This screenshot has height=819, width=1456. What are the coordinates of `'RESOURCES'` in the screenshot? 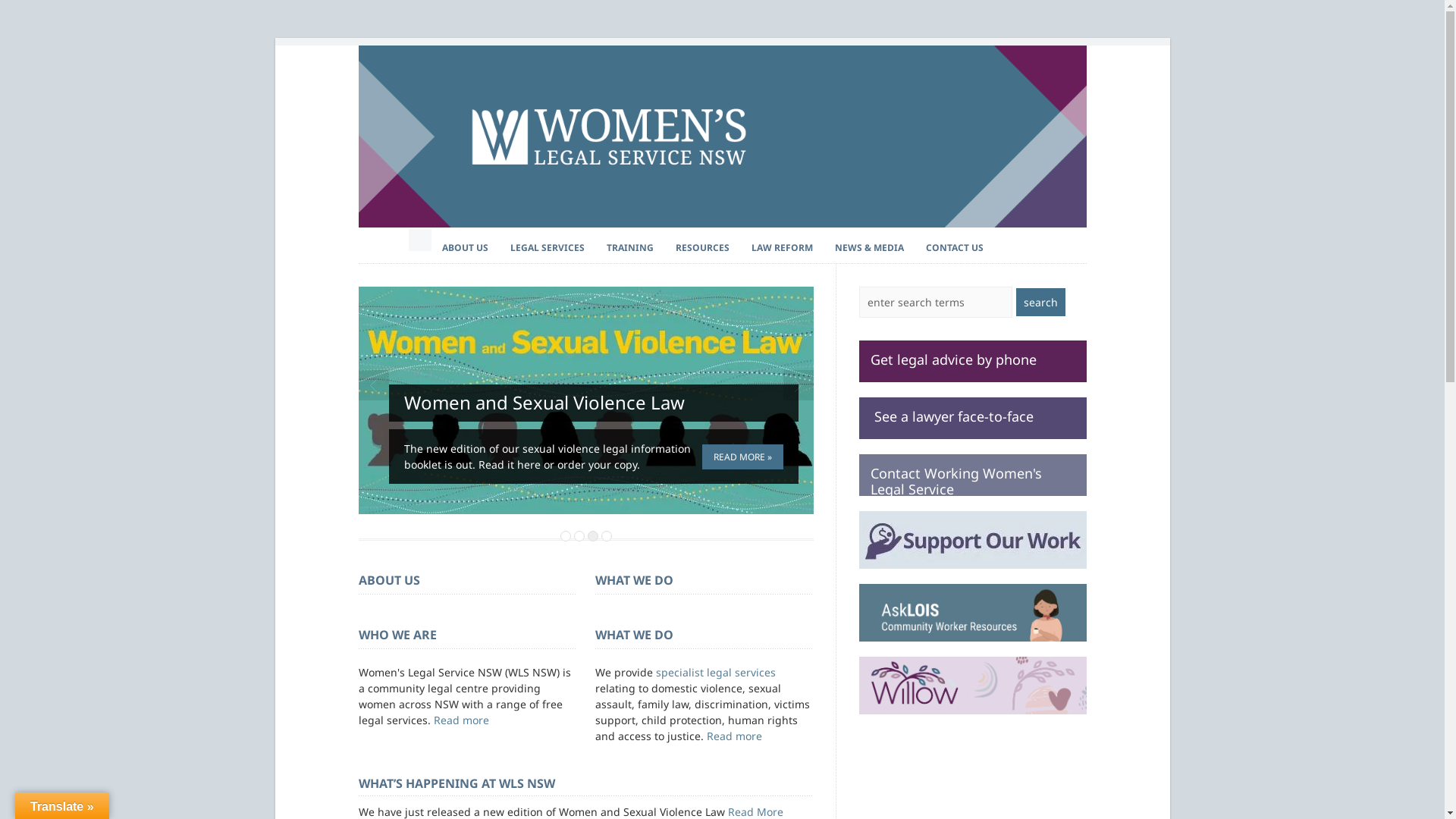 It's located at (701, 247).